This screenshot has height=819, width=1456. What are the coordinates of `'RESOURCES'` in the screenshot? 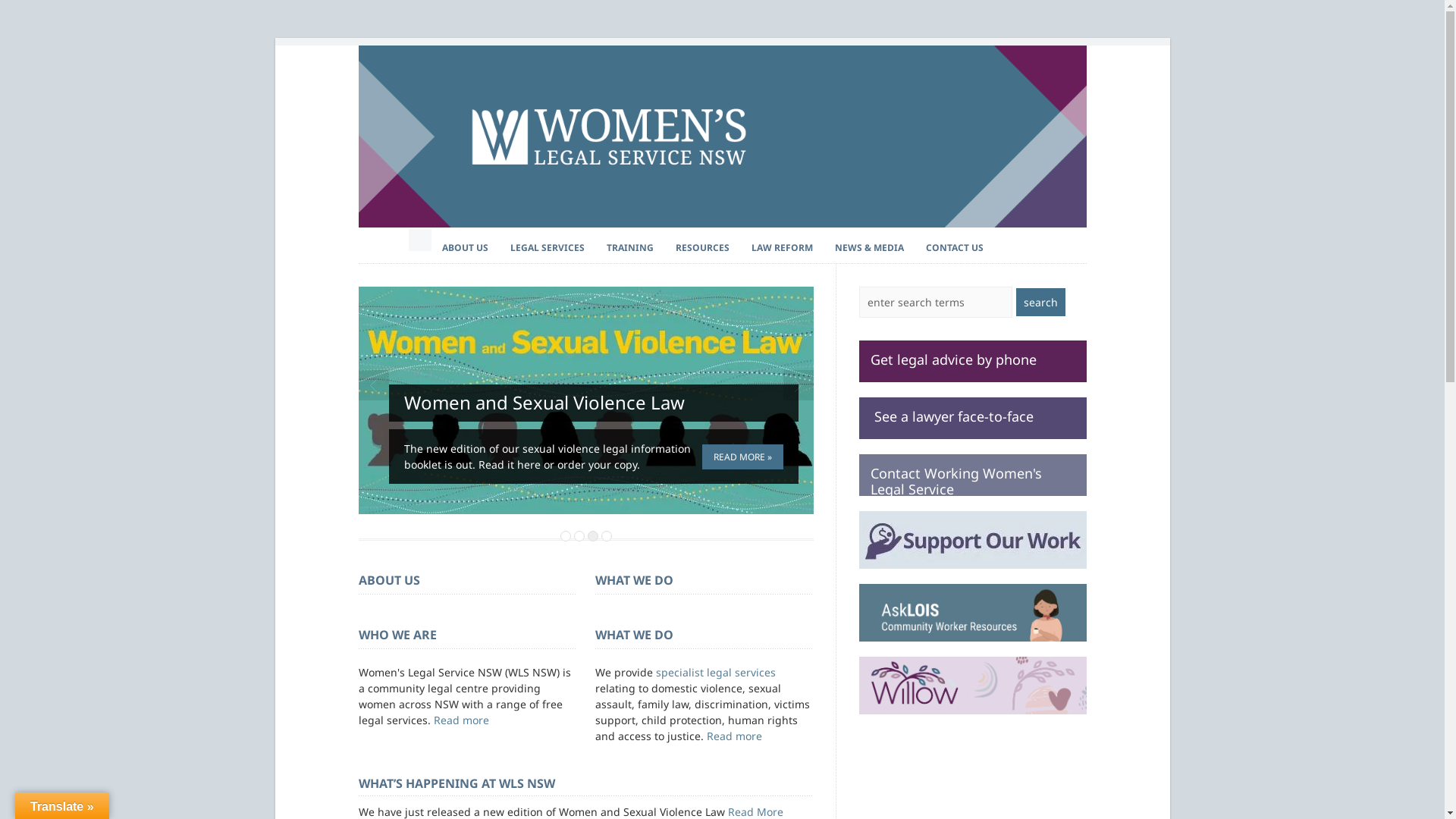 It's located at (701, 247).